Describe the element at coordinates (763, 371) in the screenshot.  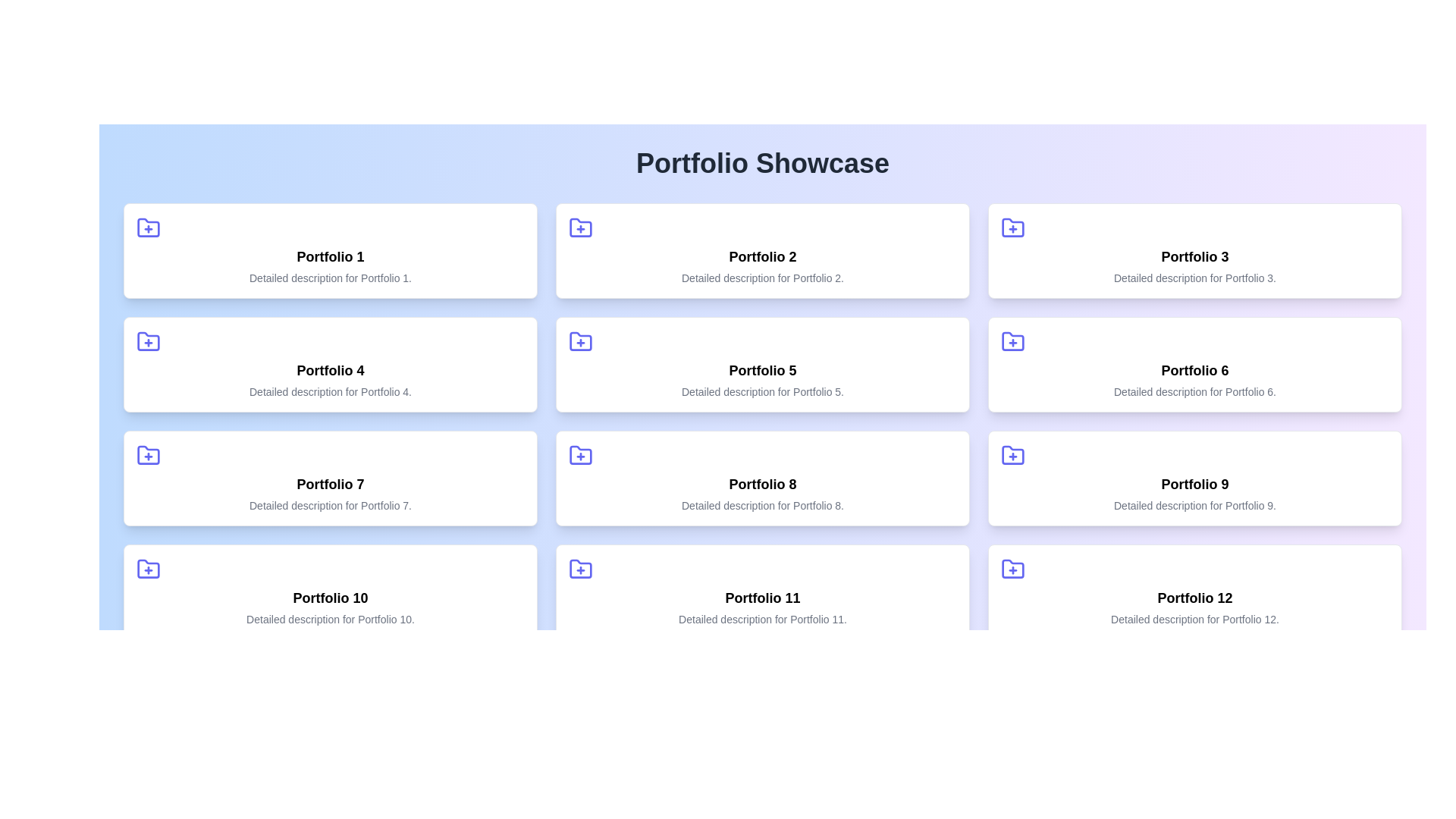
I see `the heading text element that serves as the name or identifier of the portfolio, located in the second row, second column of the grid layout` at that location.